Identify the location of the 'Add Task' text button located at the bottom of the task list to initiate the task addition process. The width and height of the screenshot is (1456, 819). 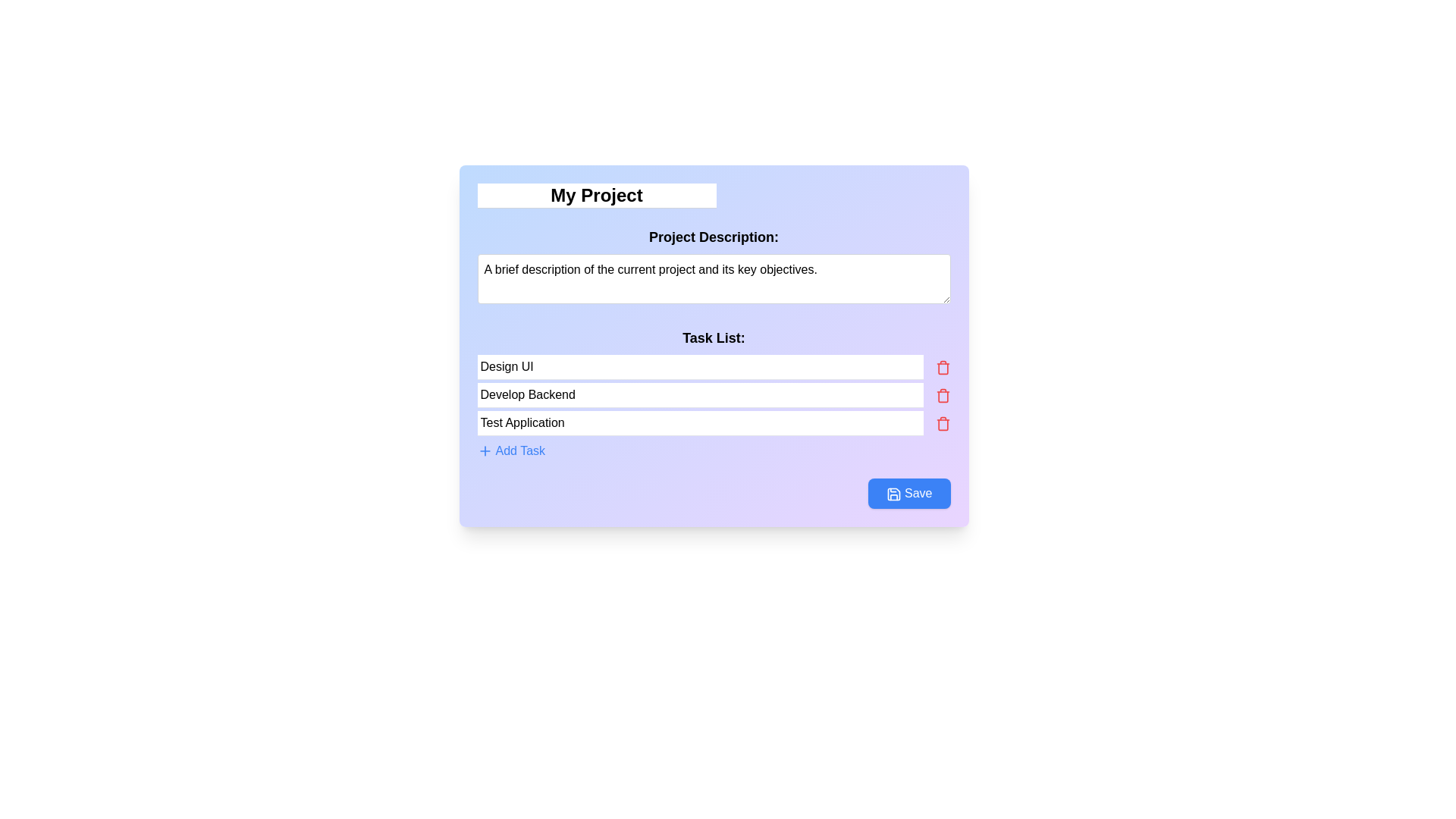
(520, 450).